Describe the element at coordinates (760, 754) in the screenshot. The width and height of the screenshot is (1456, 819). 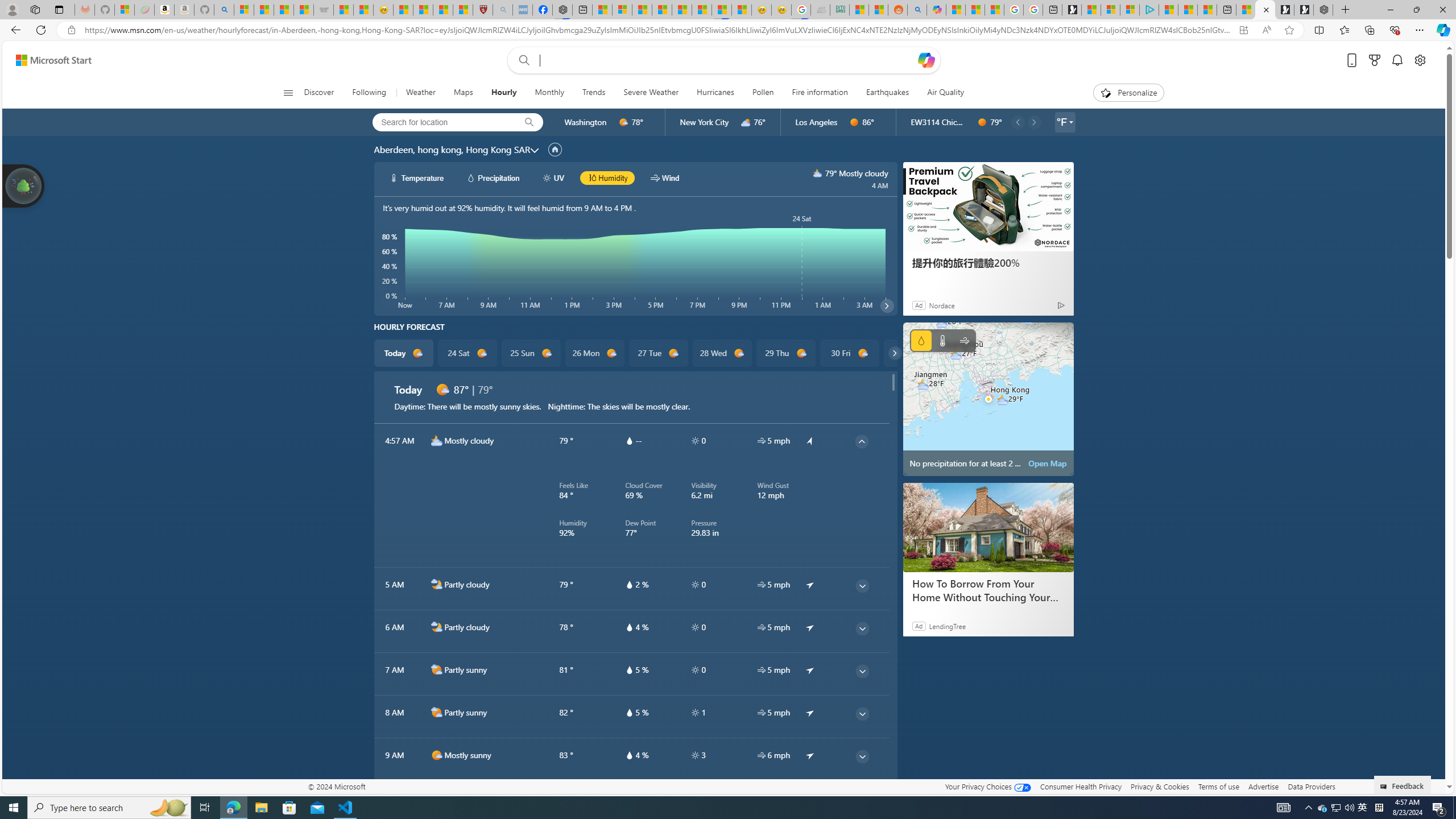
I see `'hourlyTable/wind'` at that location.